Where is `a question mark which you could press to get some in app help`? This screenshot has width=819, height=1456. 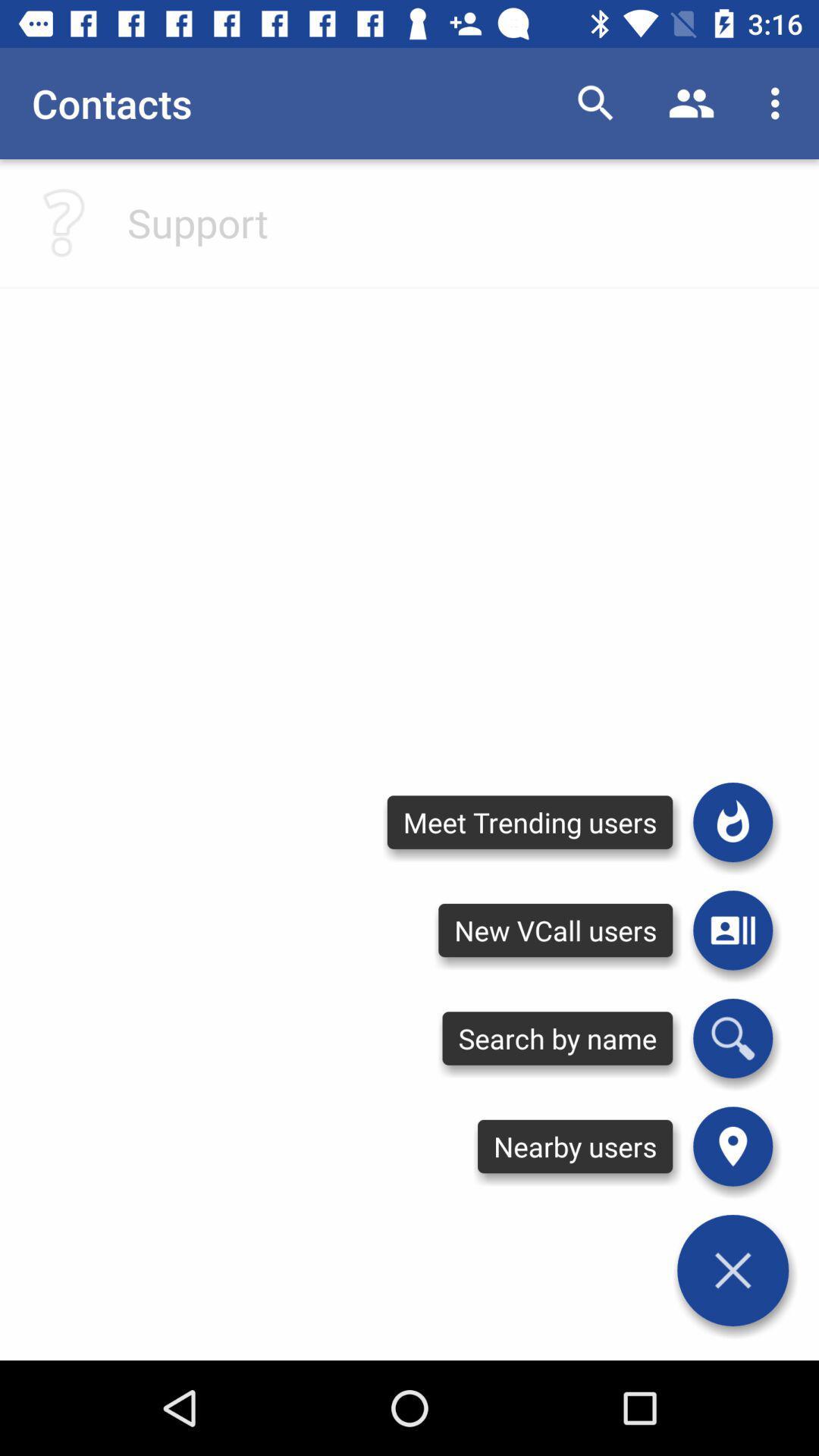
a question mark which you could press to get some in app help is located at coordinates (63, 221).